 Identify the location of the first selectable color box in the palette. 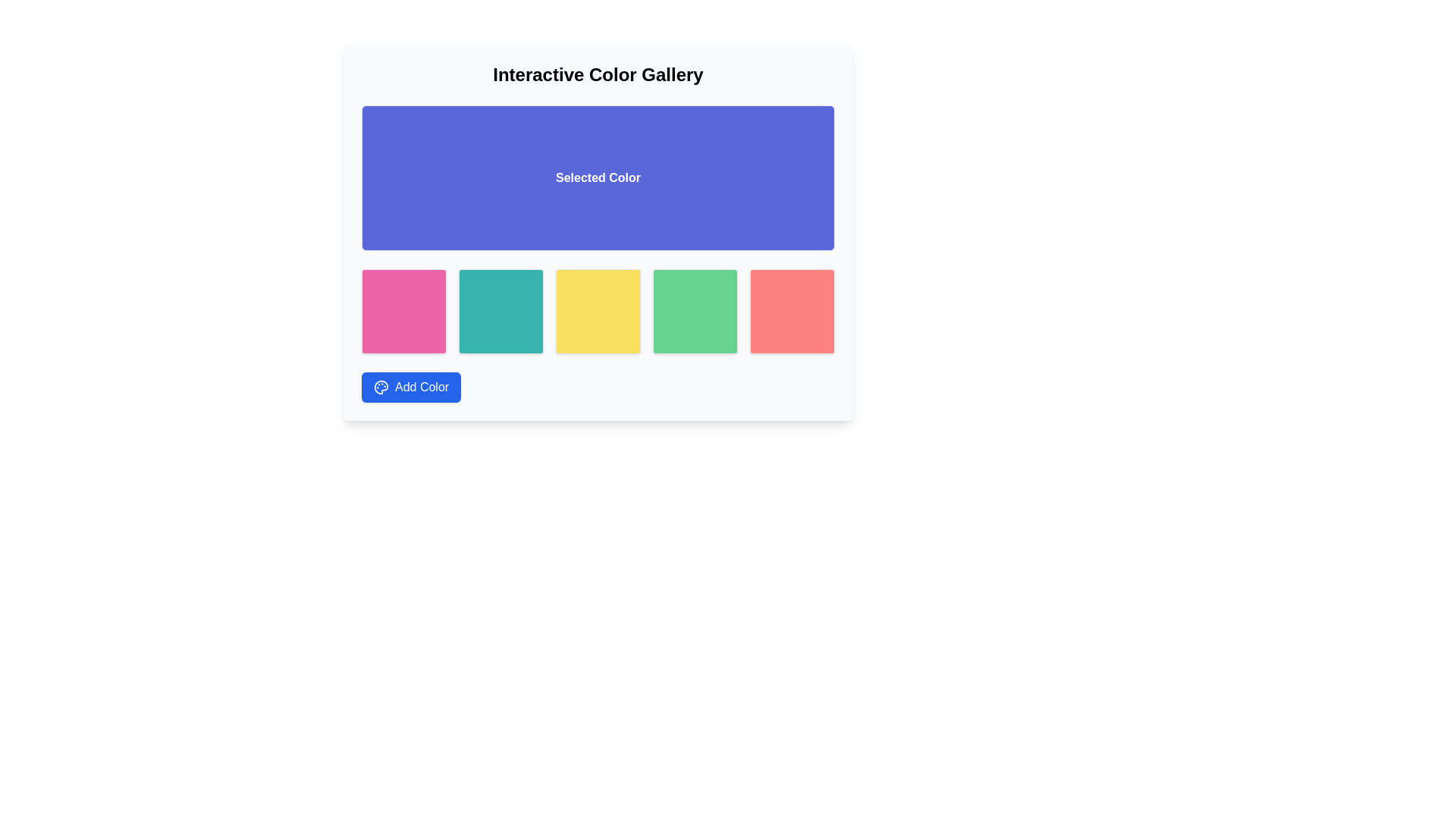
(403, 311).